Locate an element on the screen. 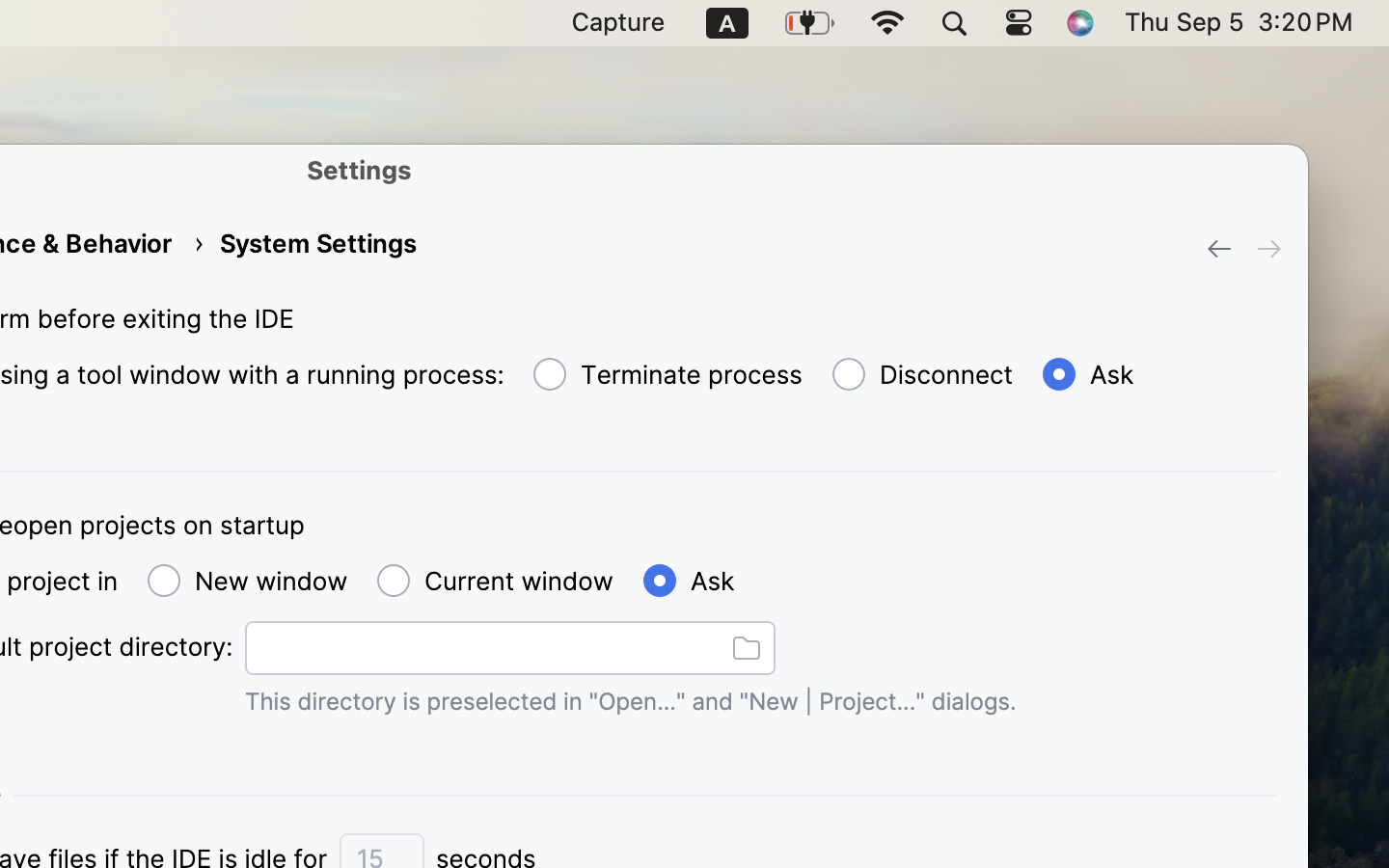  'Settings' is located at coordinates (358, 170).